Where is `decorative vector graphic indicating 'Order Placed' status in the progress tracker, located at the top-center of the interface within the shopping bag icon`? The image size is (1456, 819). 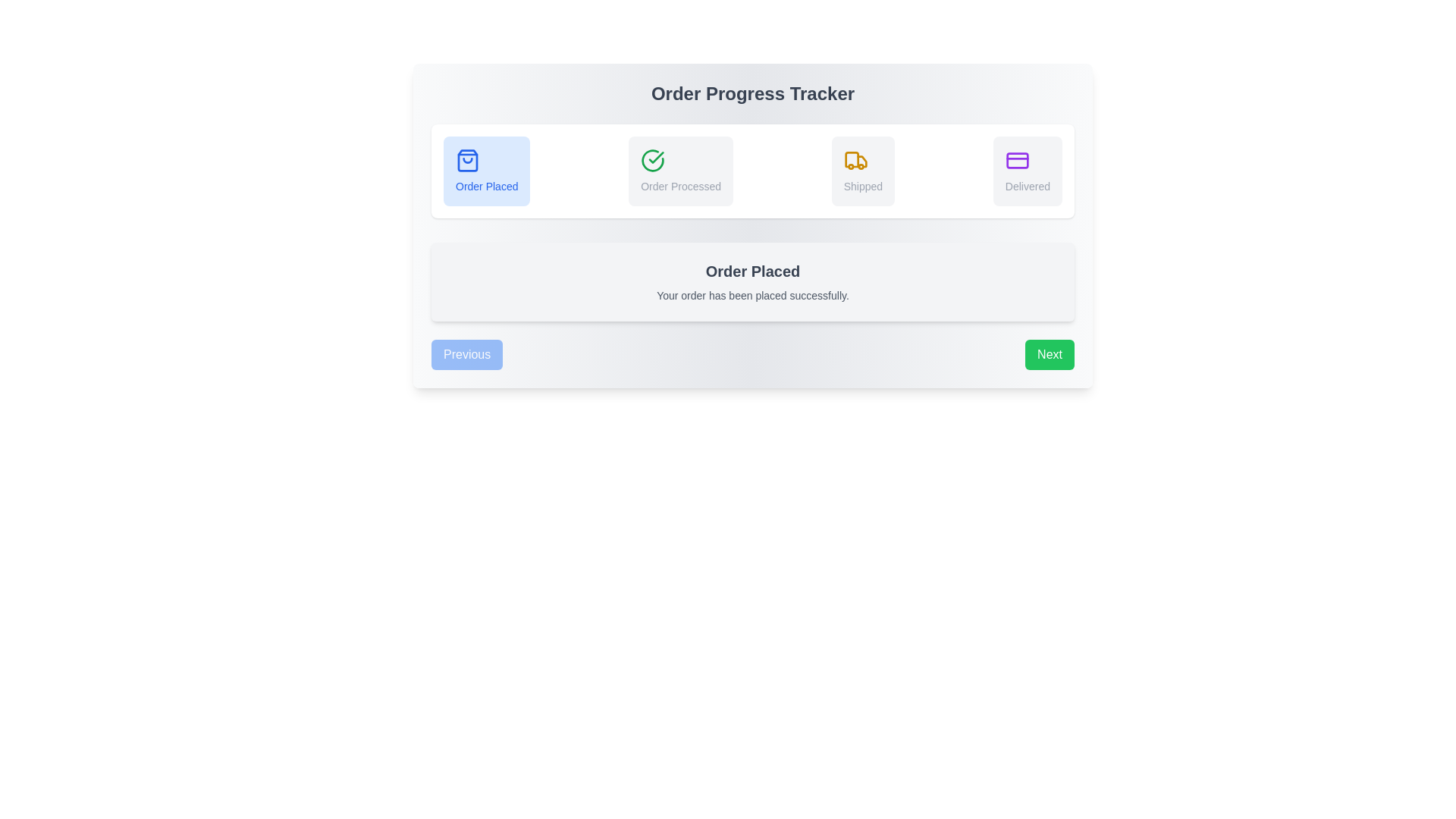 decorative vector graphic indicating 'Order Placed' status in the progress tracker, located at the top-center of the interface within the shopping bag icon is located at coordinates (467, 161).